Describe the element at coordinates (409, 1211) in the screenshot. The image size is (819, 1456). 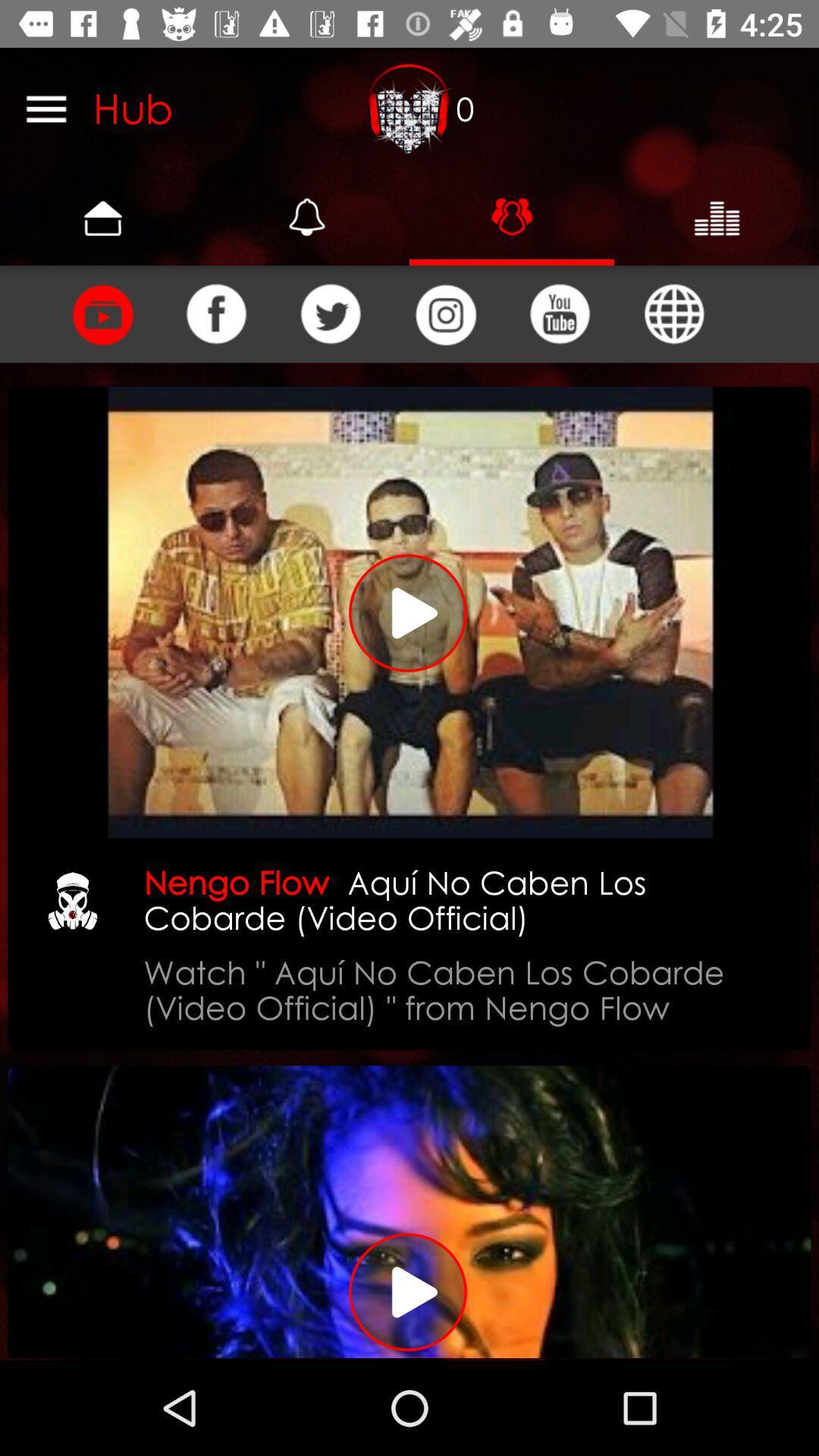
I see `sigue tu ritmo` at that location.